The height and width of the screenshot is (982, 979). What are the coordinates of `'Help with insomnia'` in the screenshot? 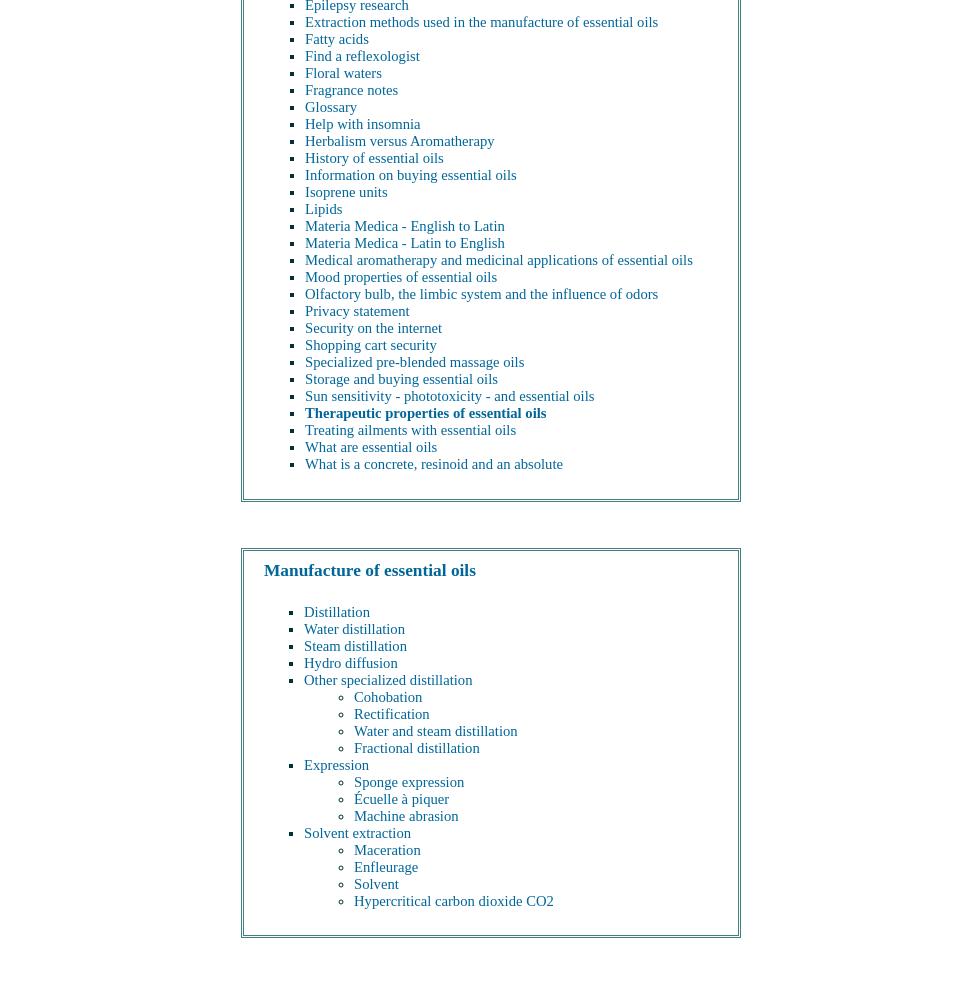 It's located at (304, 123).